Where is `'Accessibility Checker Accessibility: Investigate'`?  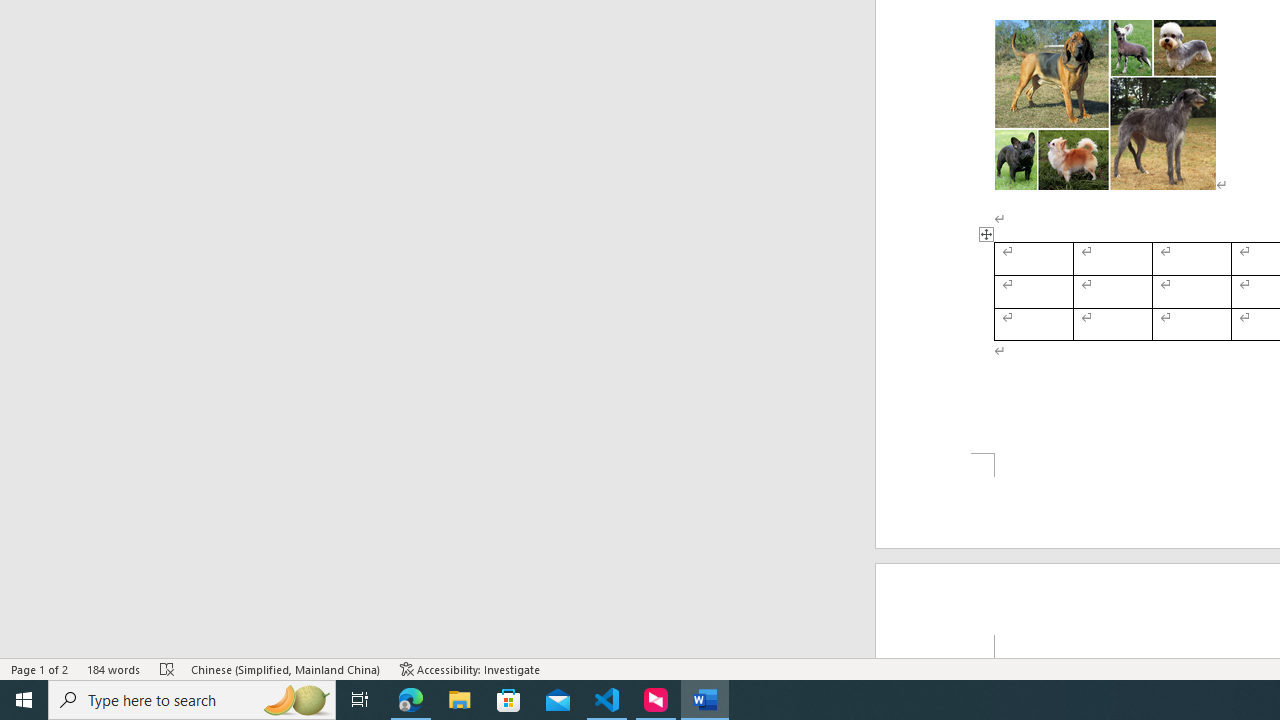
'Accessibility Checker Accessibility: Investigate' is located at coordinates (469, 669).